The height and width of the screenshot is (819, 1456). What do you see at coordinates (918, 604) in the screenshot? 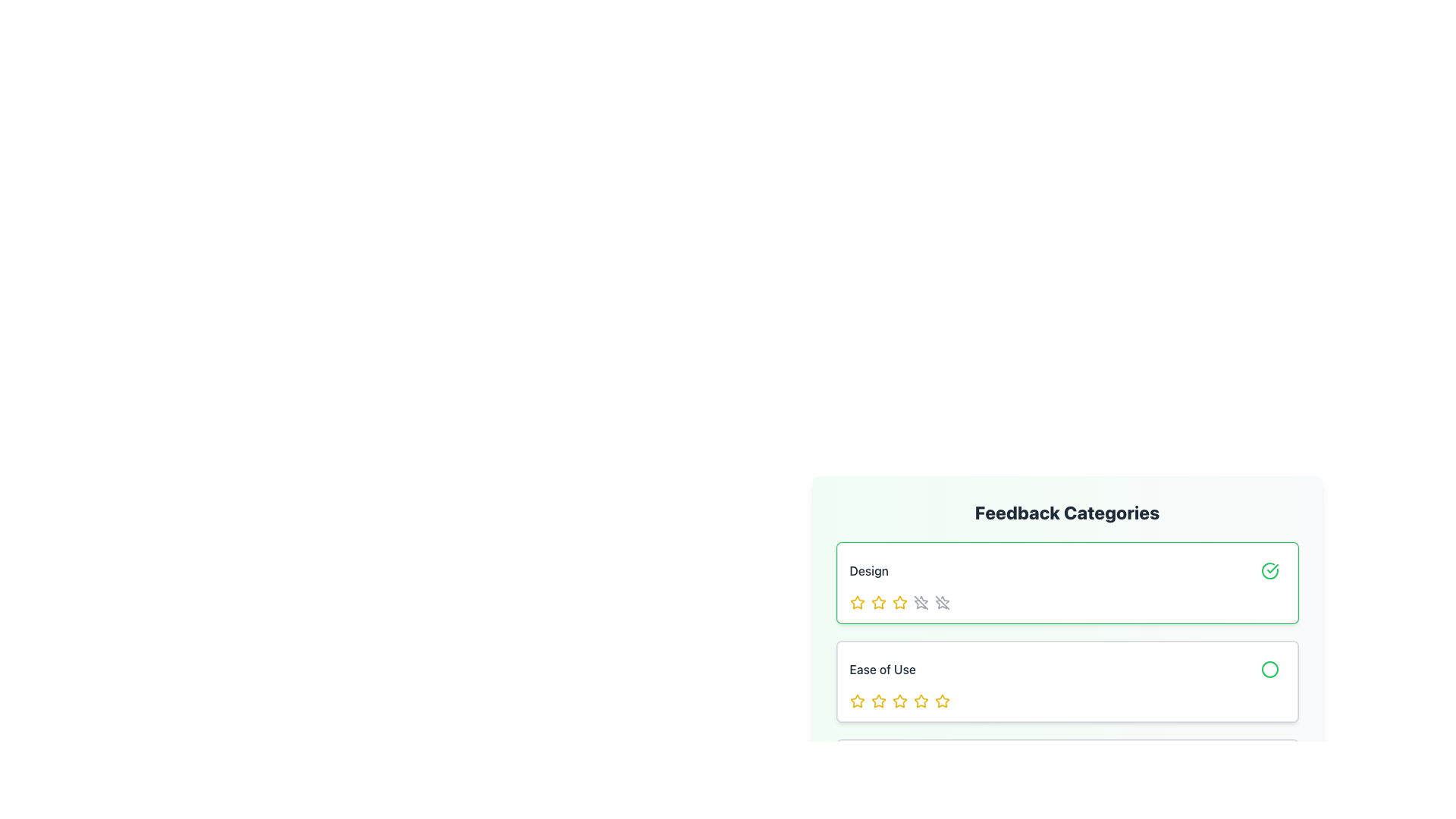
I see `the second star icon in the rating group for the 'Design' feedback category, which serves a decorative role` at bounding box center [918, 604].